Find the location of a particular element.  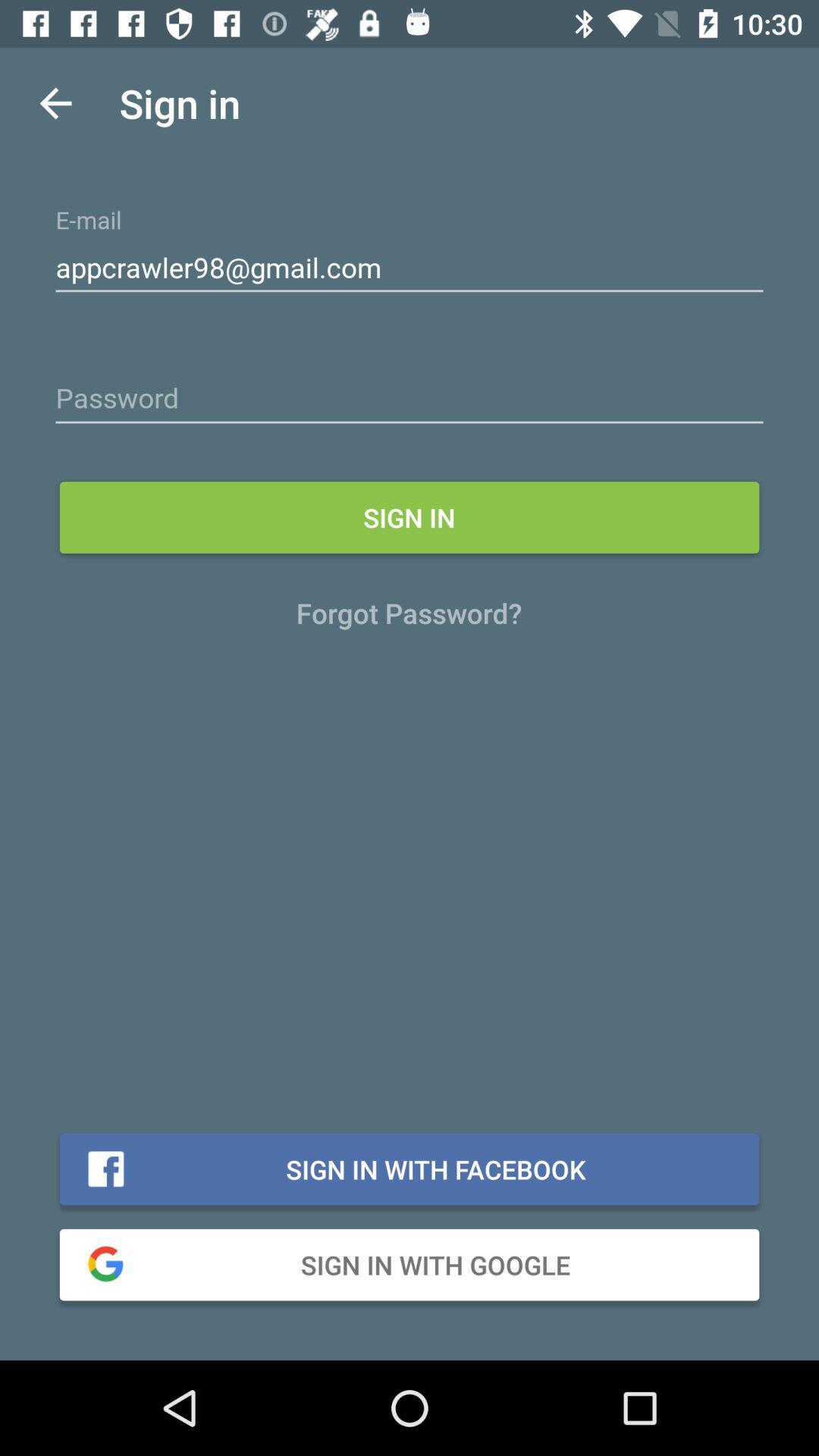

password is located at coordinates (409, 399).